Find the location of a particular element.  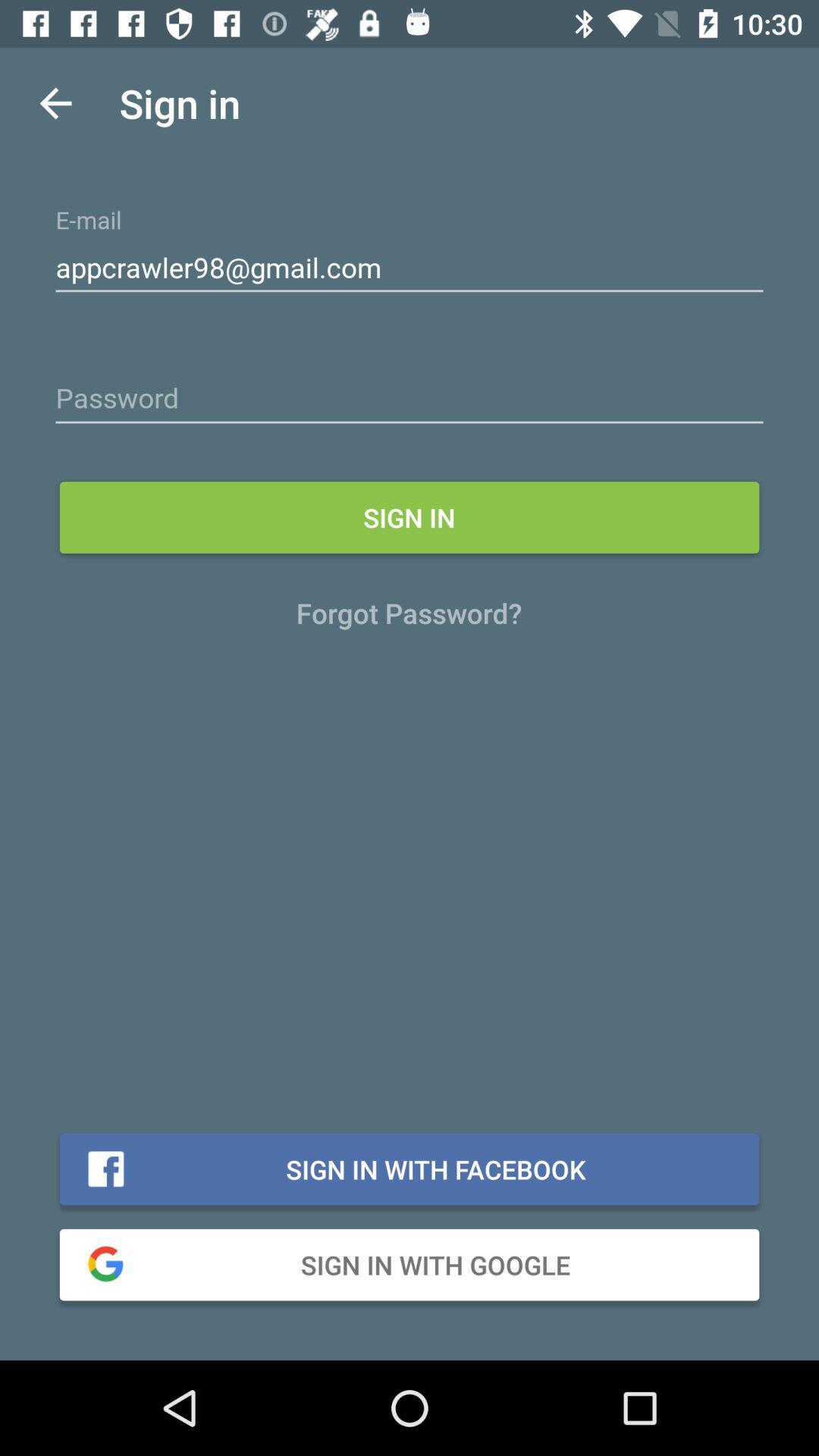

password is located at coordinates (409, 399).